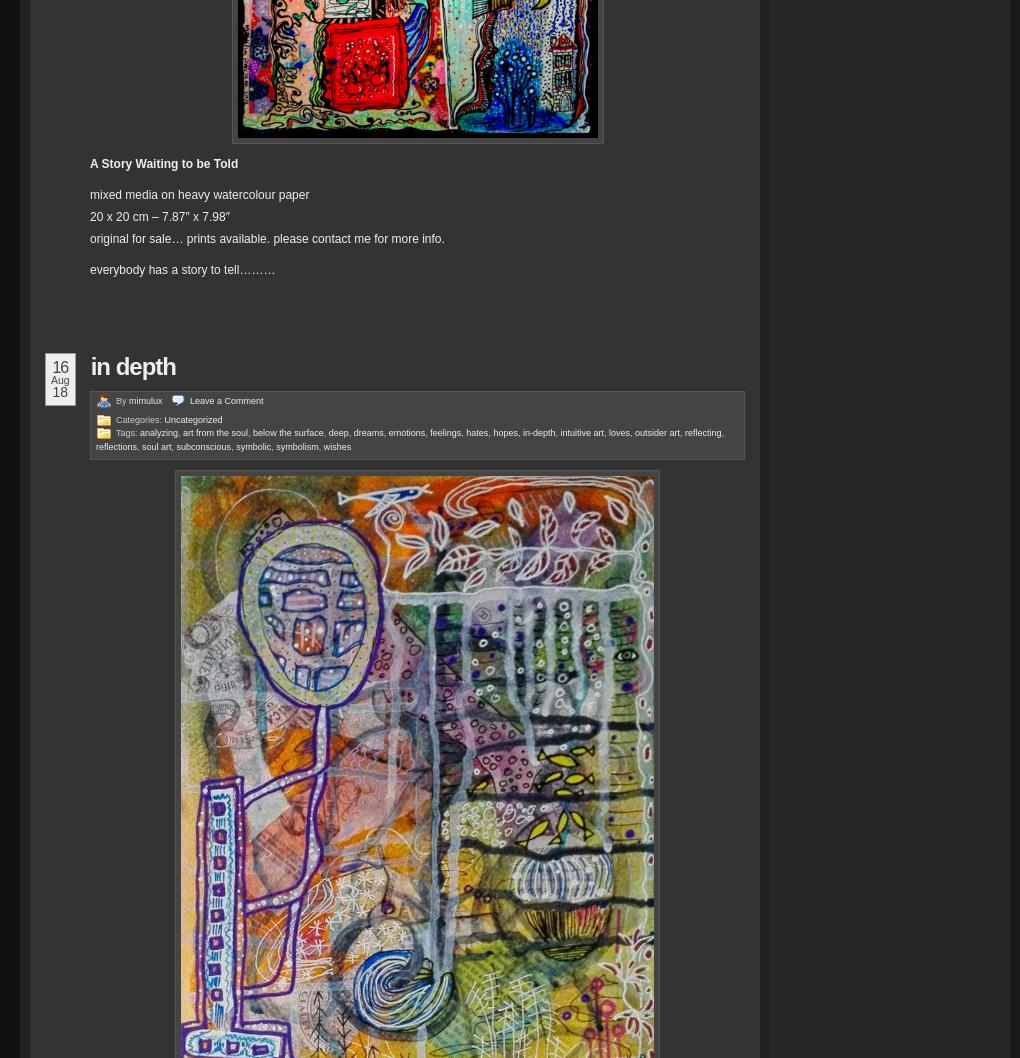 This screenshot has width=1020, height=1058. What do you see at coordinates (140, 418) in the screenshot?
I see `'Categories:'` at bounding box center [140, 418].